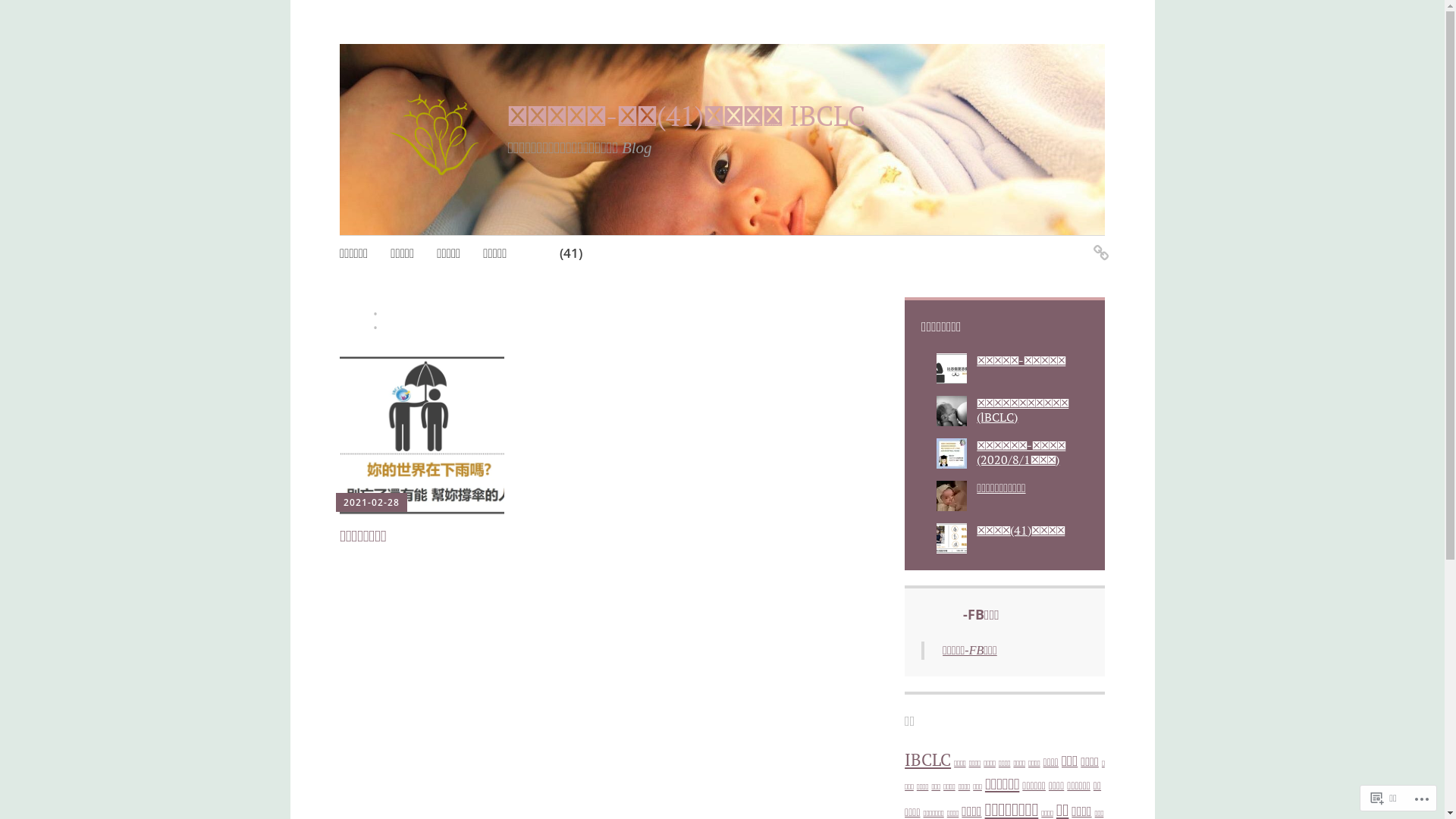  Describe the element at coordinates (927, 760) in the screenshot. I see `'IBCLC'` at that location.